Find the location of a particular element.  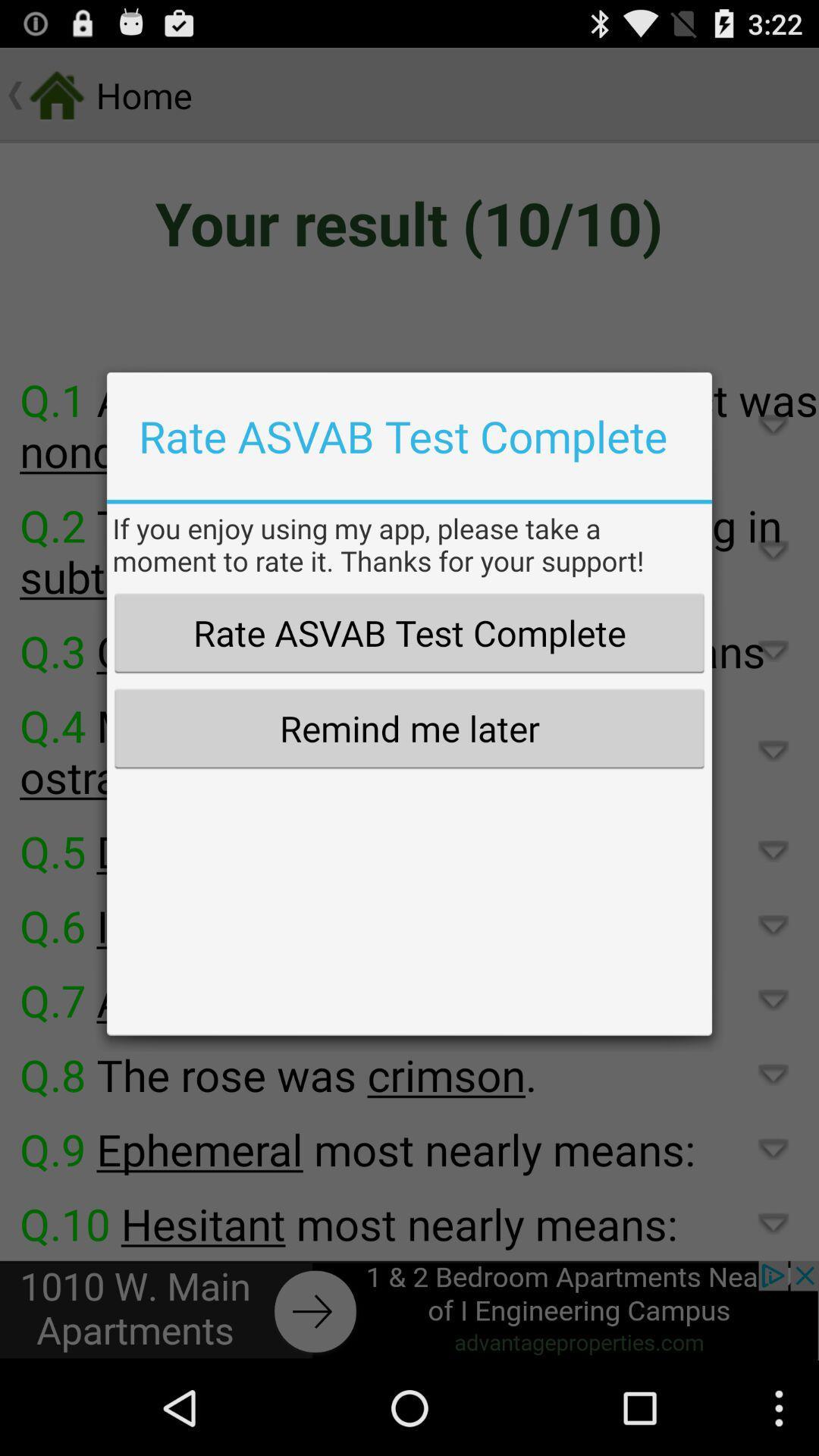

the remind me later icon is located at coordinates (409, 728).